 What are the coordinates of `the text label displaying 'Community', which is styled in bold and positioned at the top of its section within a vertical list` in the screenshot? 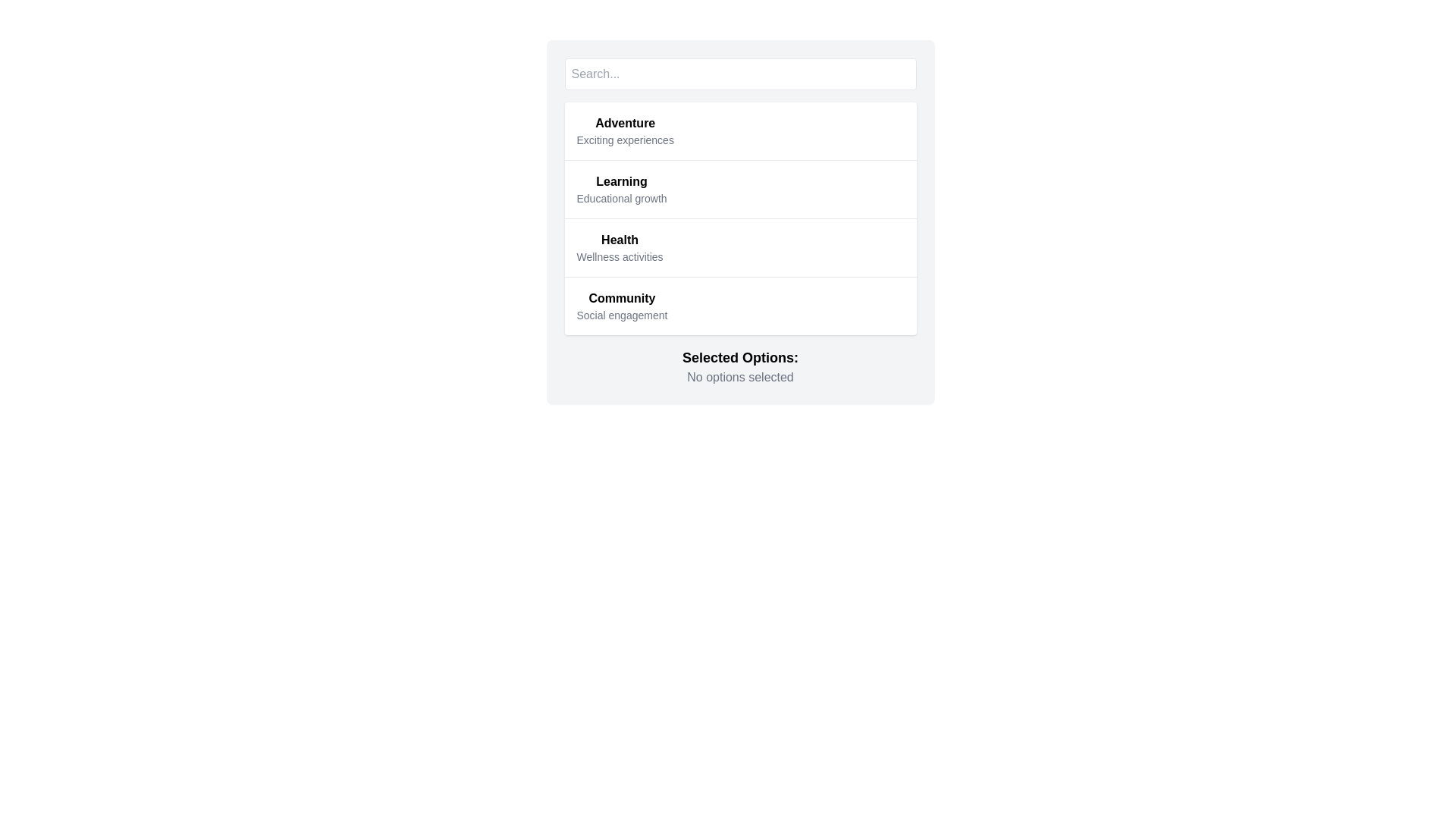 It's located at (622, 298).